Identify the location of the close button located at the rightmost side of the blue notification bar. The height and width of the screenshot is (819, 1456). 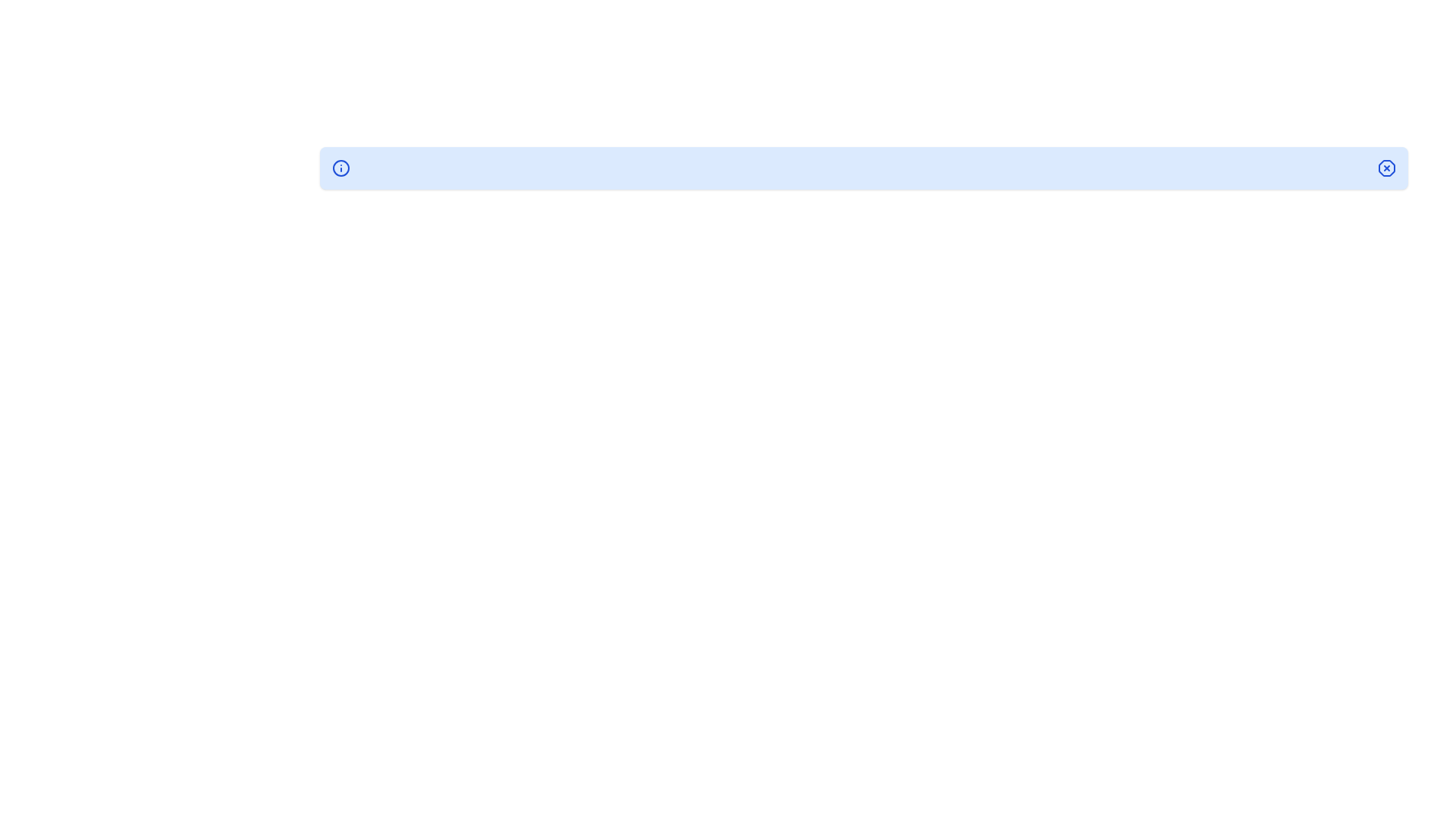
(1386, 168).